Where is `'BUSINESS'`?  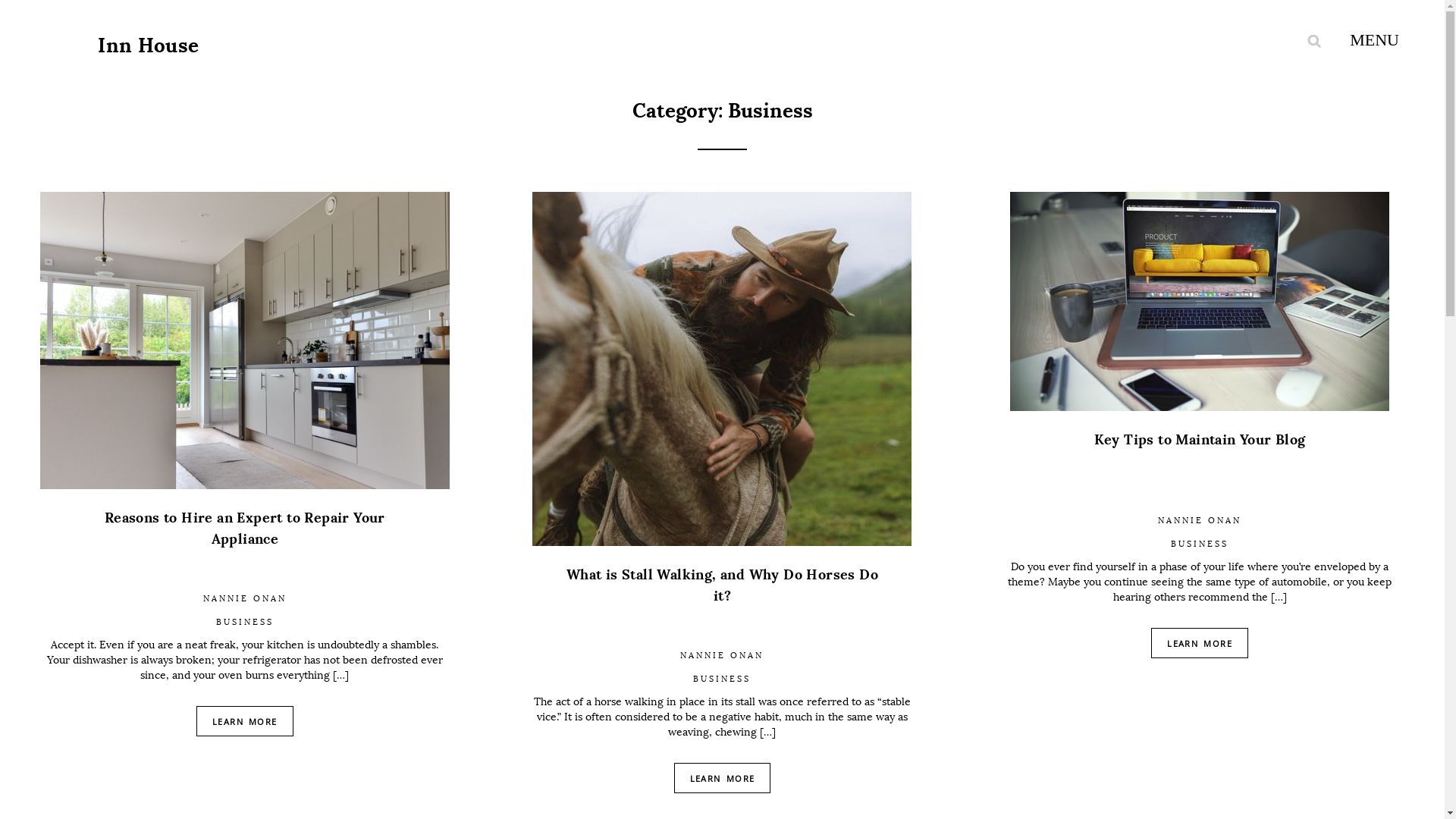
'BUSINESS' is located at coordinates (720, 678).